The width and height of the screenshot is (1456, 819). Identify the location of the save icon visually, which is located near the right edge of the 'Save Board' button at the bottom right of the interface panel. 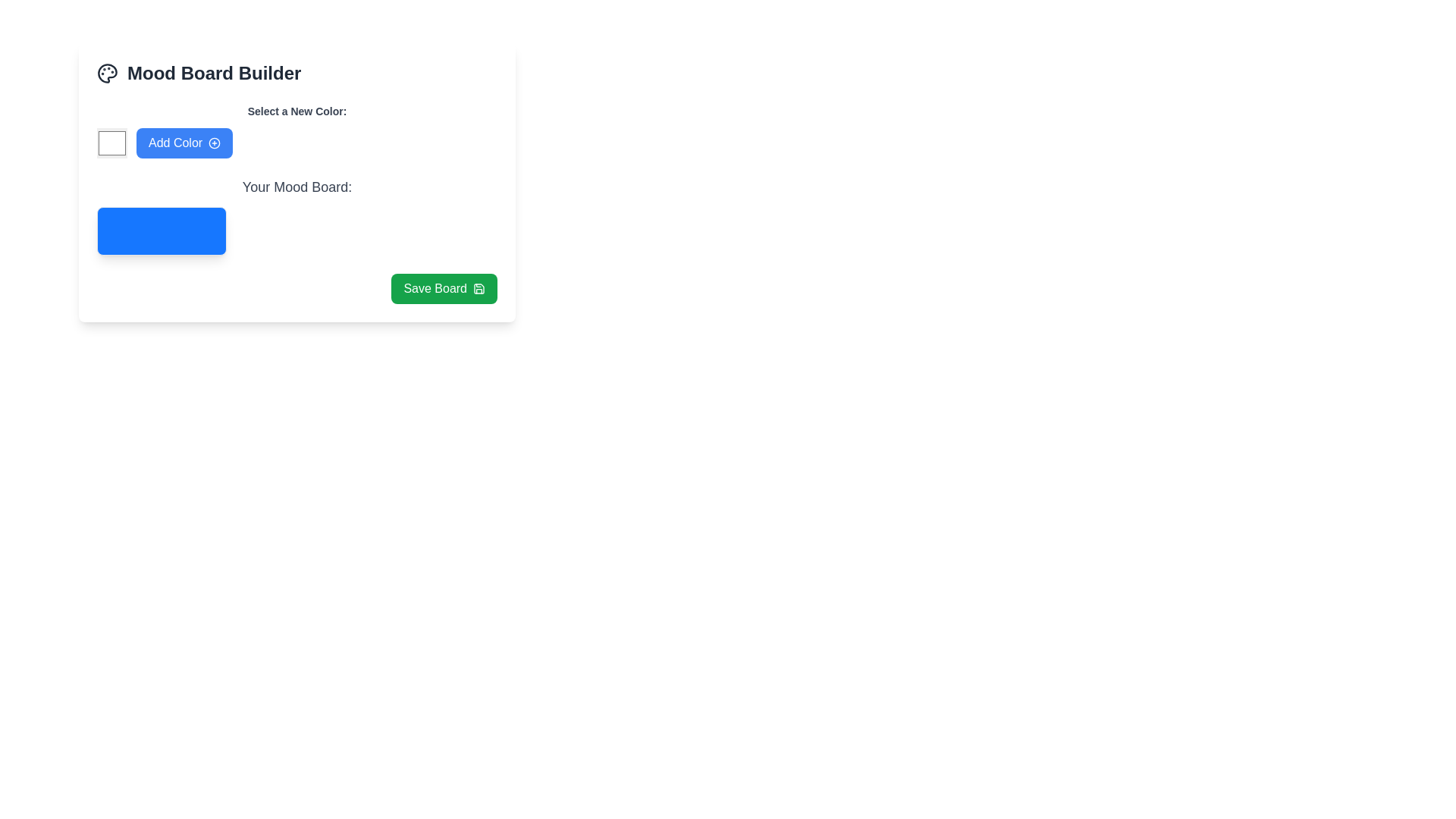
(479, 289).